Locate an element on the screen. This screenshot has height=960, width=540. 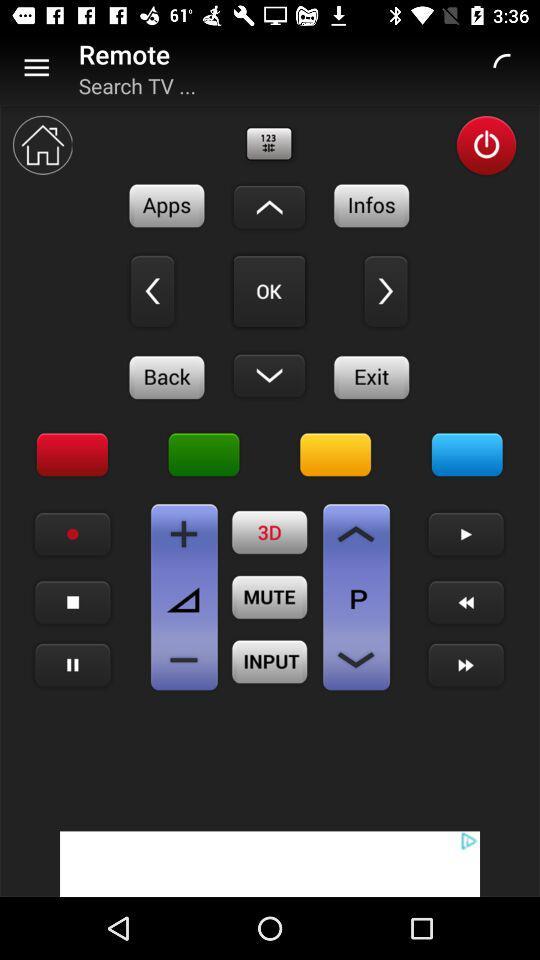
the add icon is located at coordinates (184, 533).